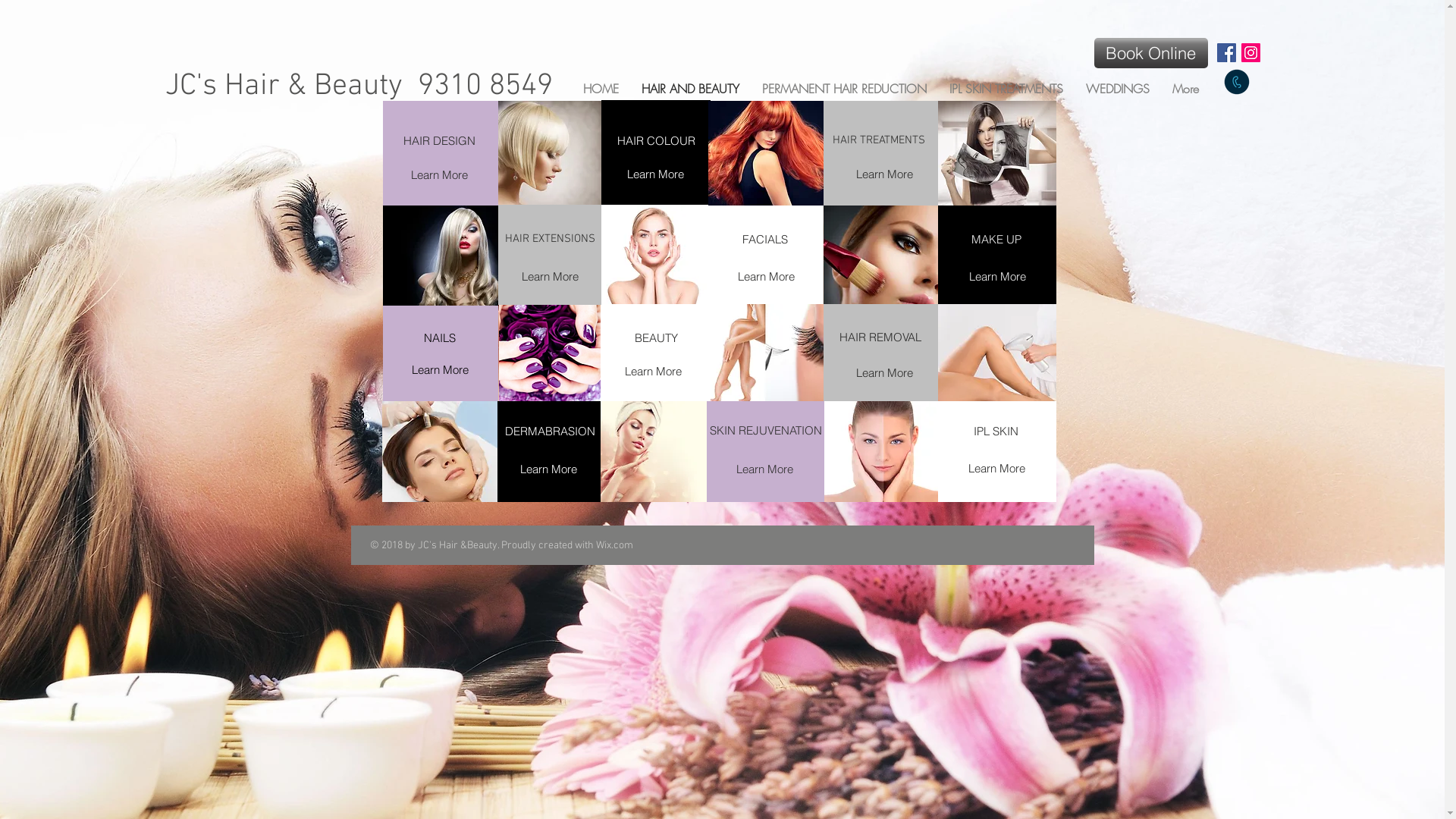 This screenshot has height=819, width=1456. I want to click on 'Learn More', so click(654, 173).